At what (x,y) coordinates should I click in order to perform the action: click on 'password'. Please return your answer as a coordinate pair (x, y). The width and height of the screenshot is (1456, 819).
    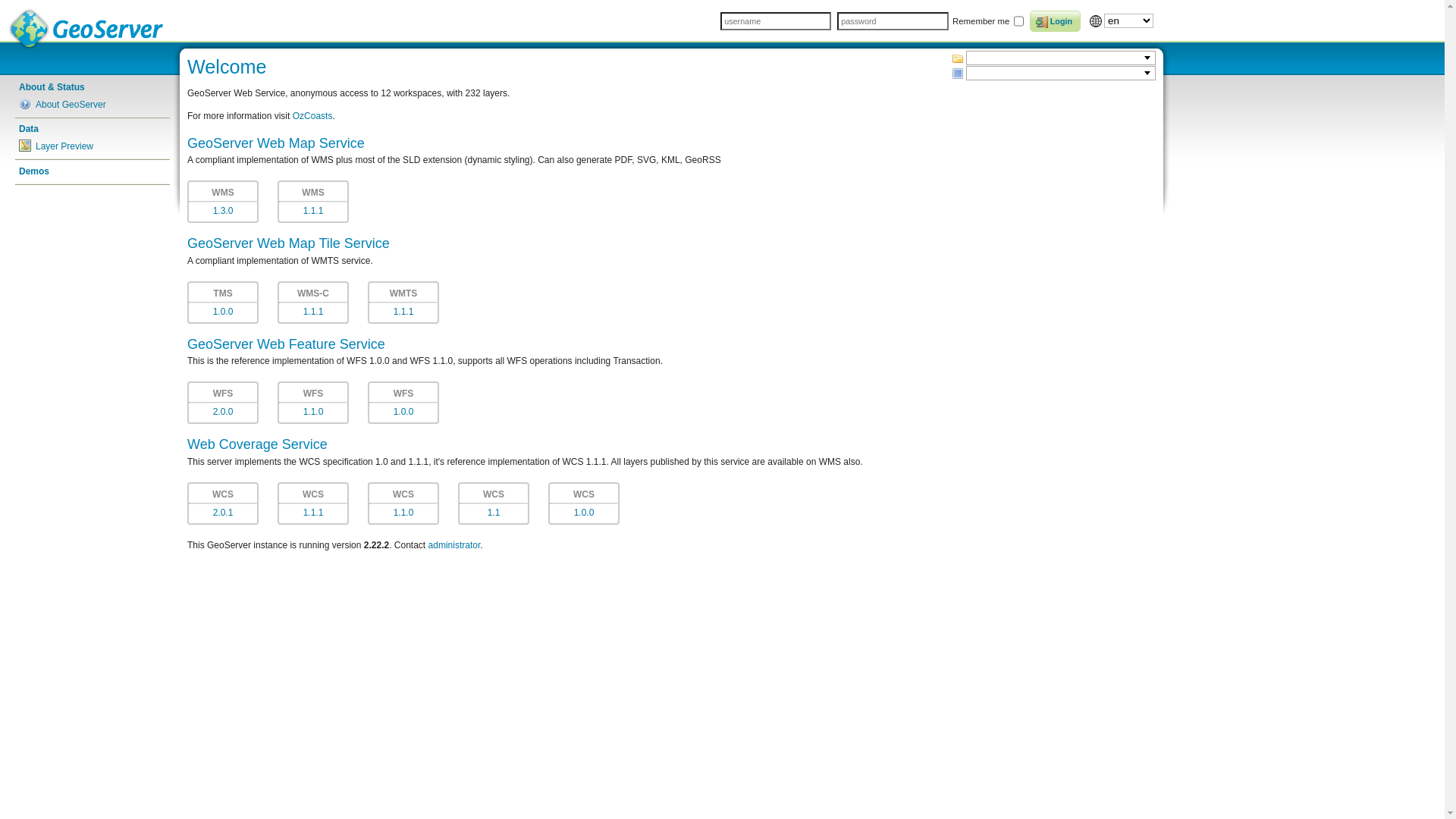
    Looking at the image, I should click on (892, 20).